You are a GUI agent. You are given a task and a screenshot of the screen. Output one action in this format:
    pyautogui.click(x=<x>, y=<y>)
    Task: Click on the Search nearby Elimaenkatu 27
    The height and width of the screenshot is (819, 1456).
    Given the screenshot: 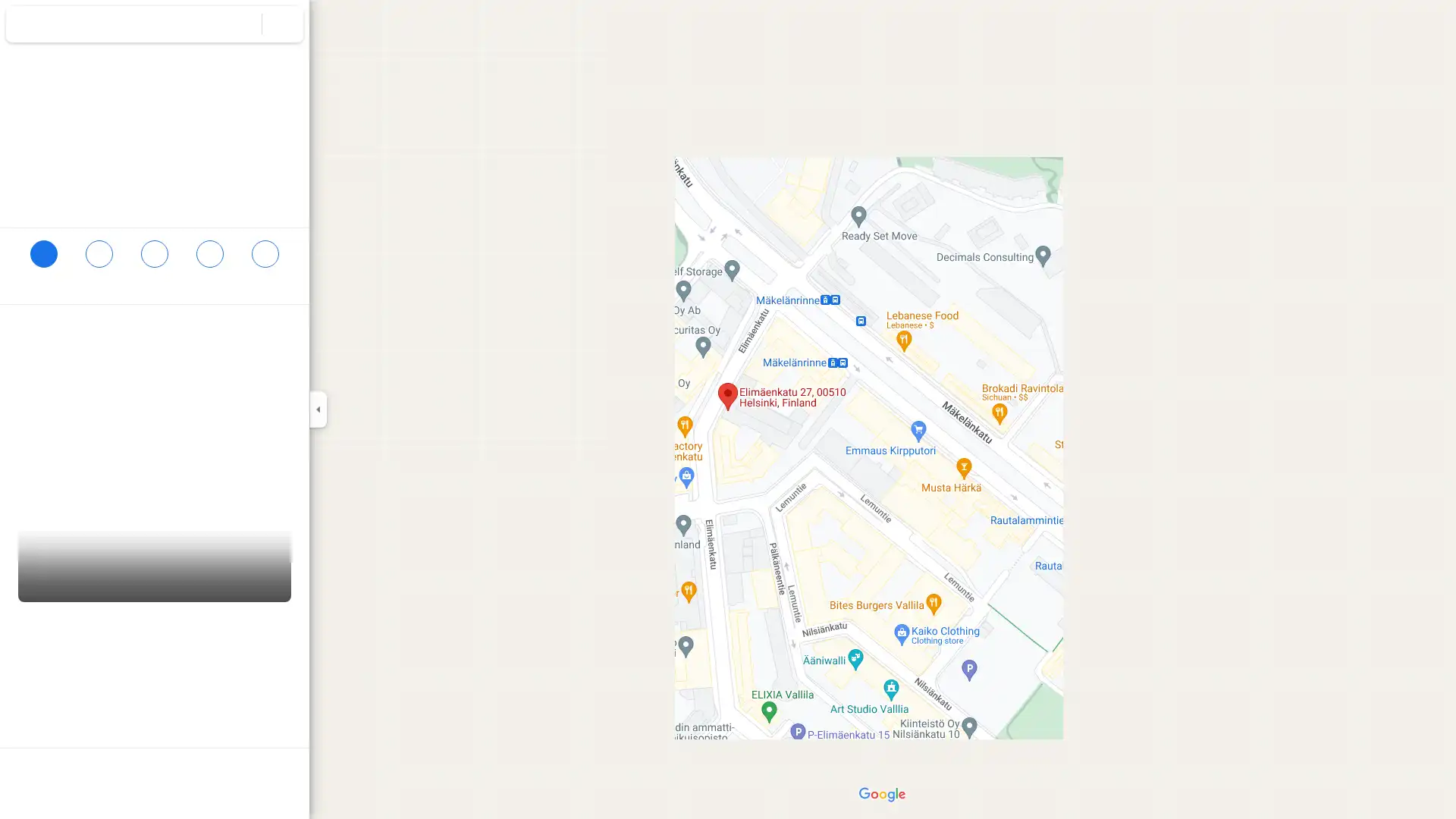 What is the action you would take?
    pyautogui.click(x=154, y=259)
    